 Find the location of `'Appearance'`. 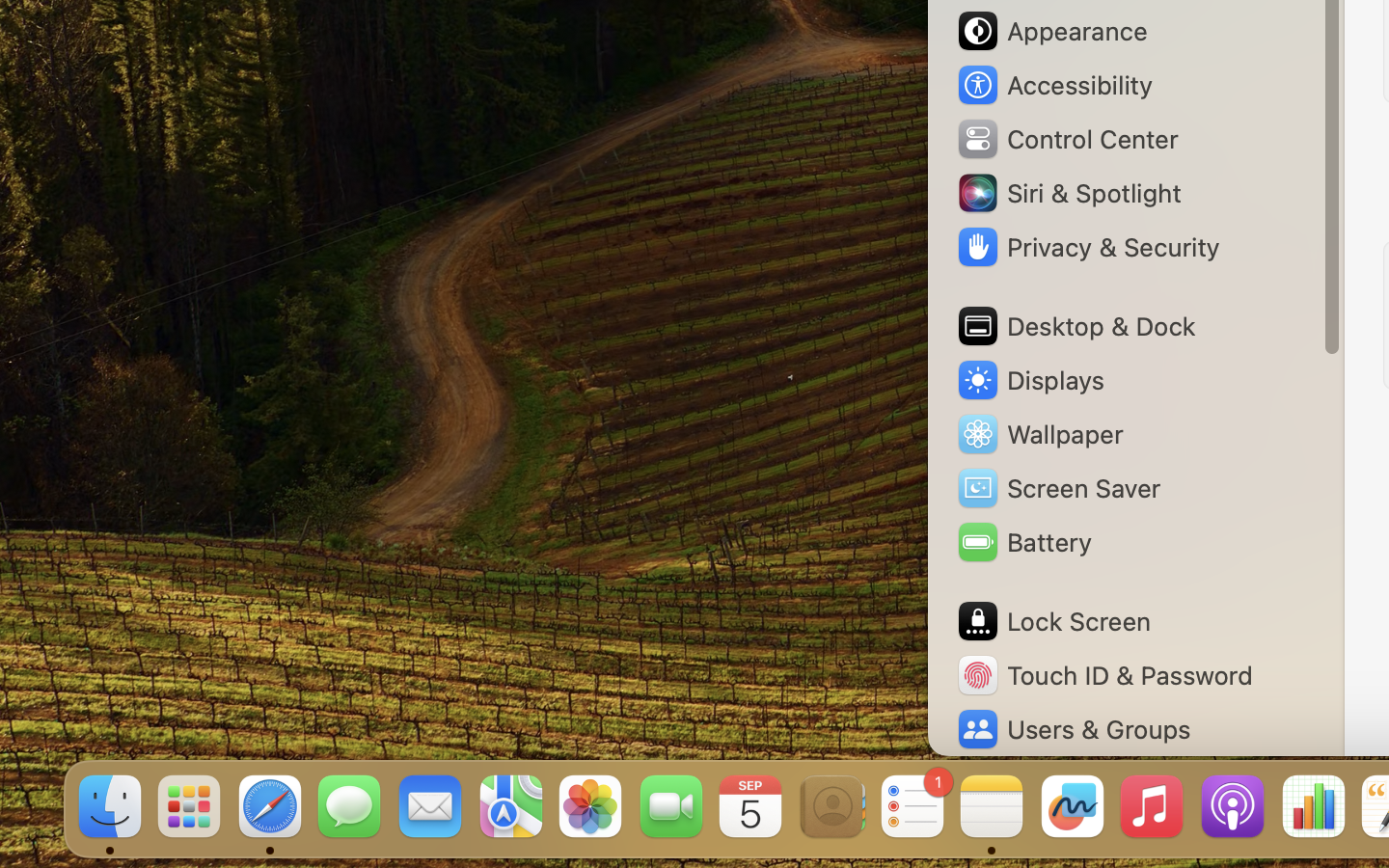

'Appearance' is located at coordinates (1049, 30).